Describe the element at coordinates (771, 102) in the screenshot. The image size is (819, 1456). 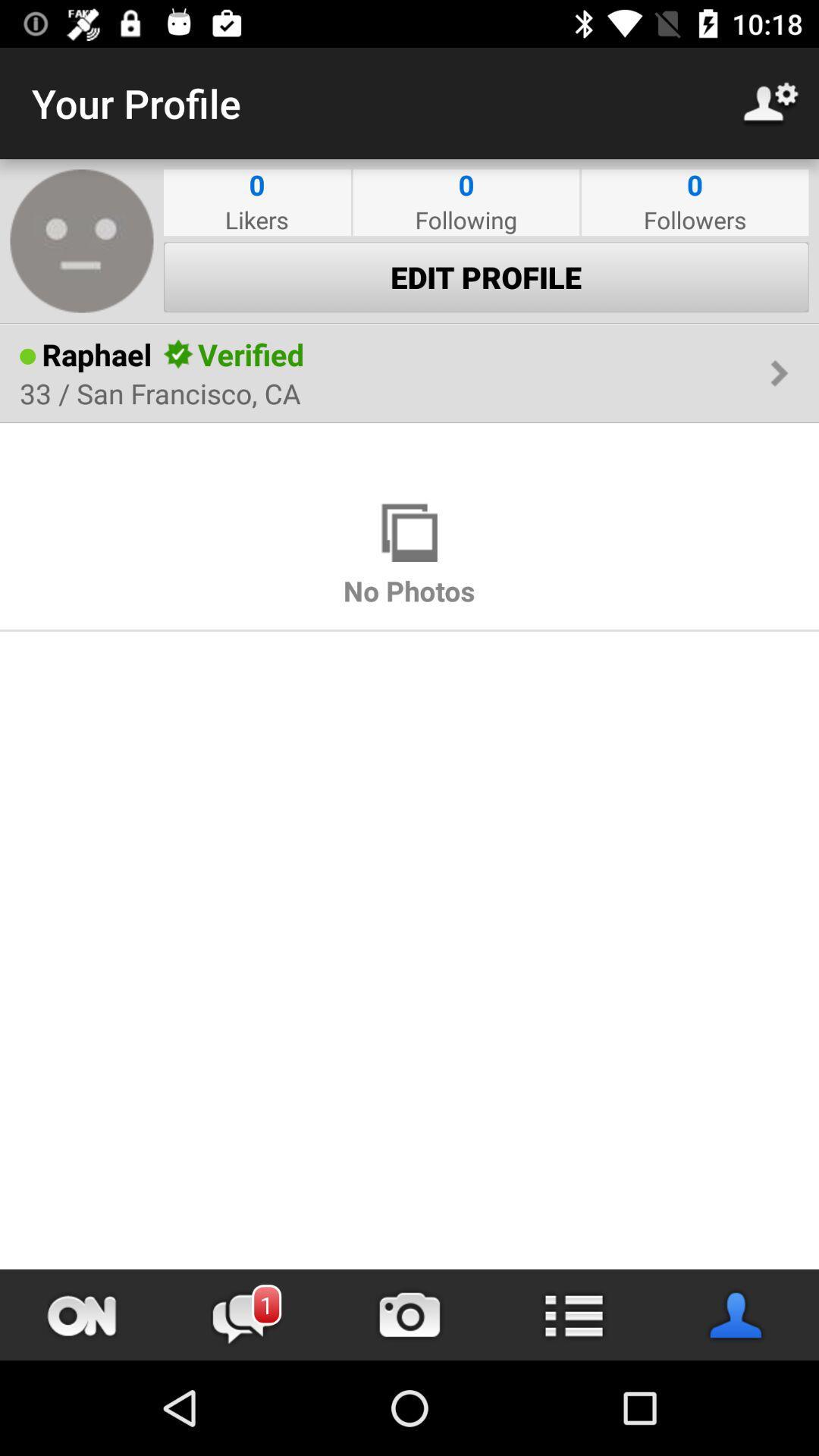
I see `icon next to your profile icon` at that location.